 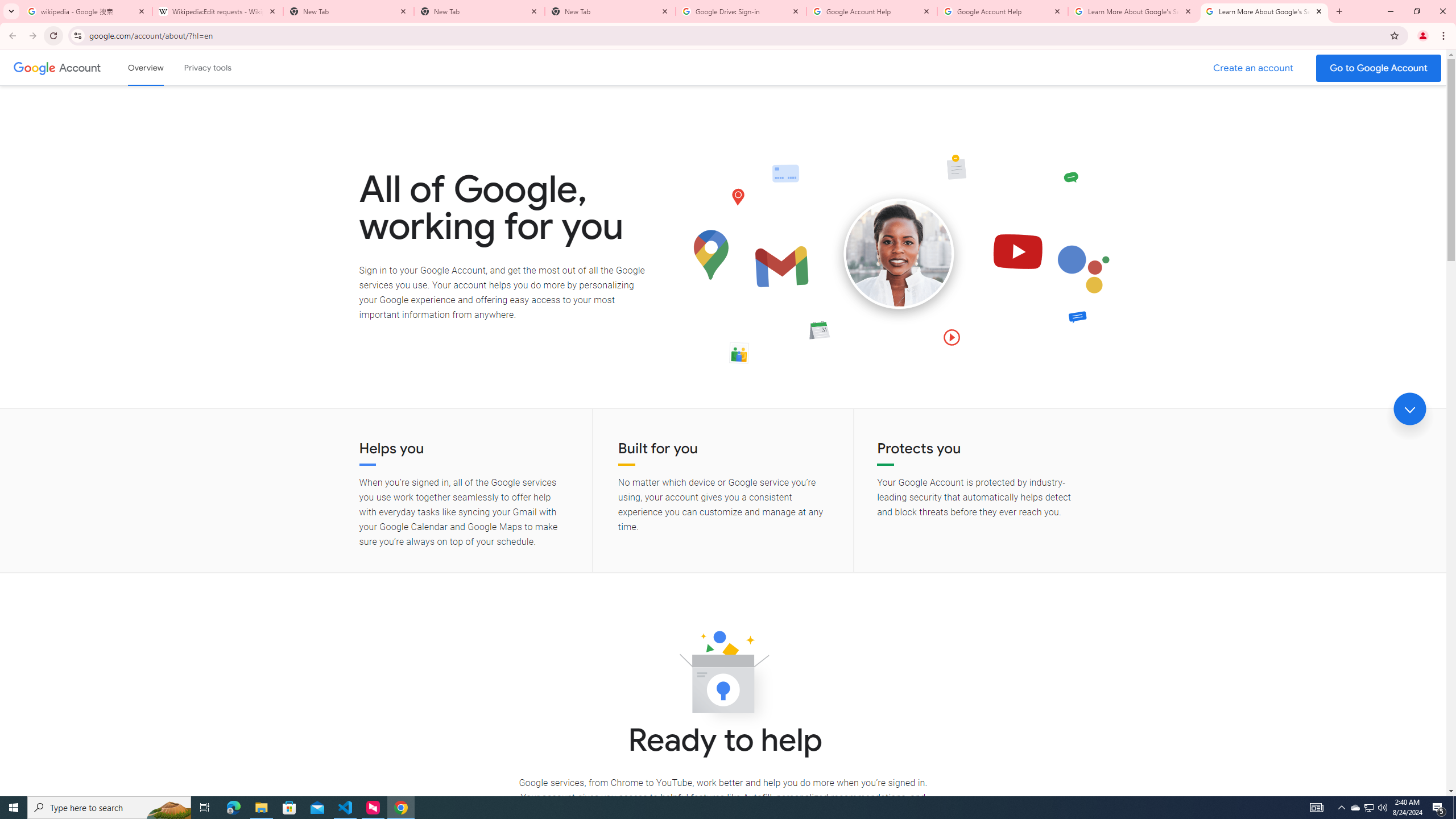 What do you see at coordinates (217, 11) in the screenshot?
I see `'Wikipedia:Edit requests - Wikipedia'` at bounding box center [217, 11].